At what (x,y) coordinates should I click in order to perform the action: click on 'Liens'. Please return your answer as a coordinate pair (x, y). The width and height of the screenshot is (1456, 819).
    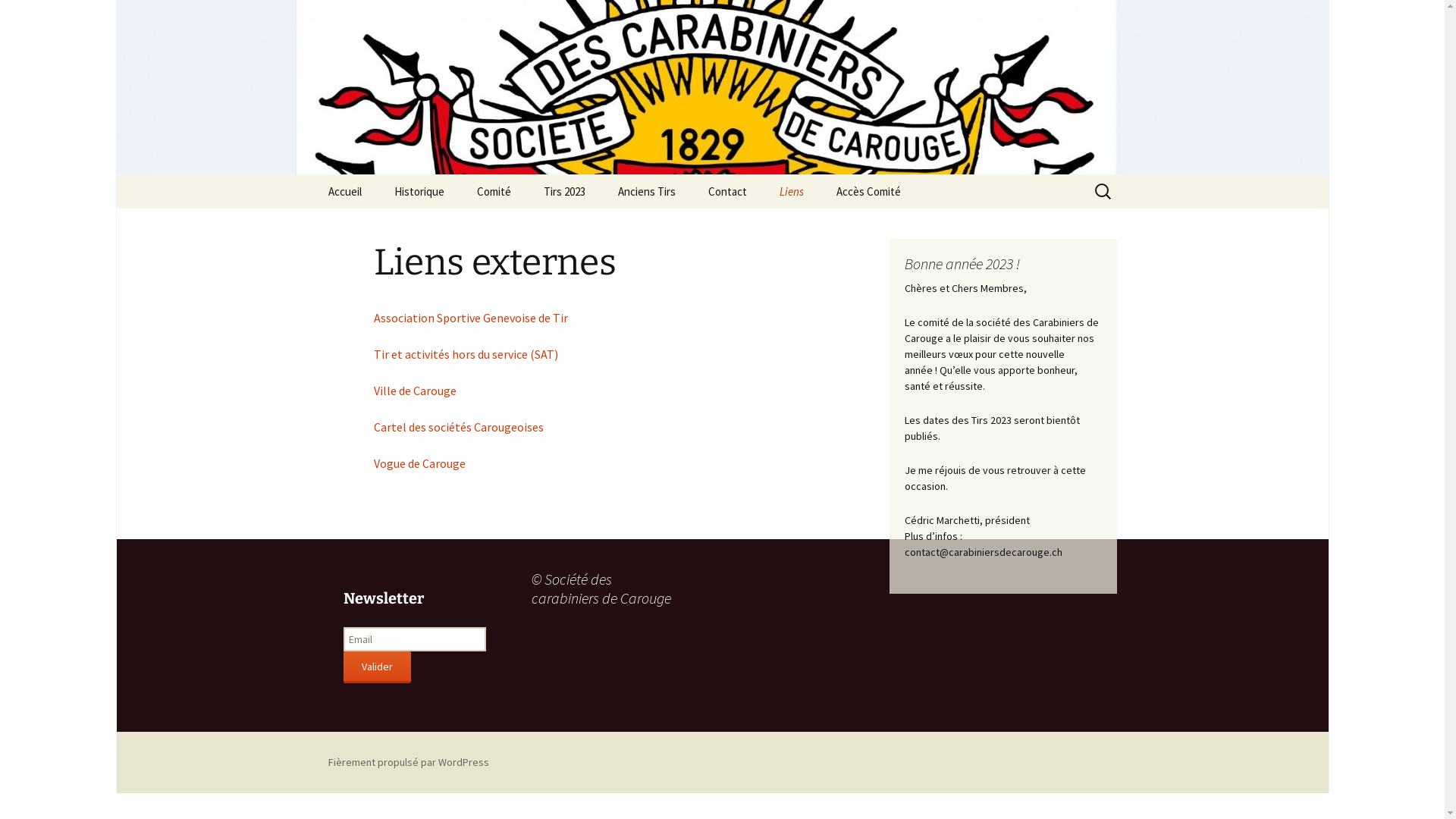
    Looking at the image, I should click on (790, 190).